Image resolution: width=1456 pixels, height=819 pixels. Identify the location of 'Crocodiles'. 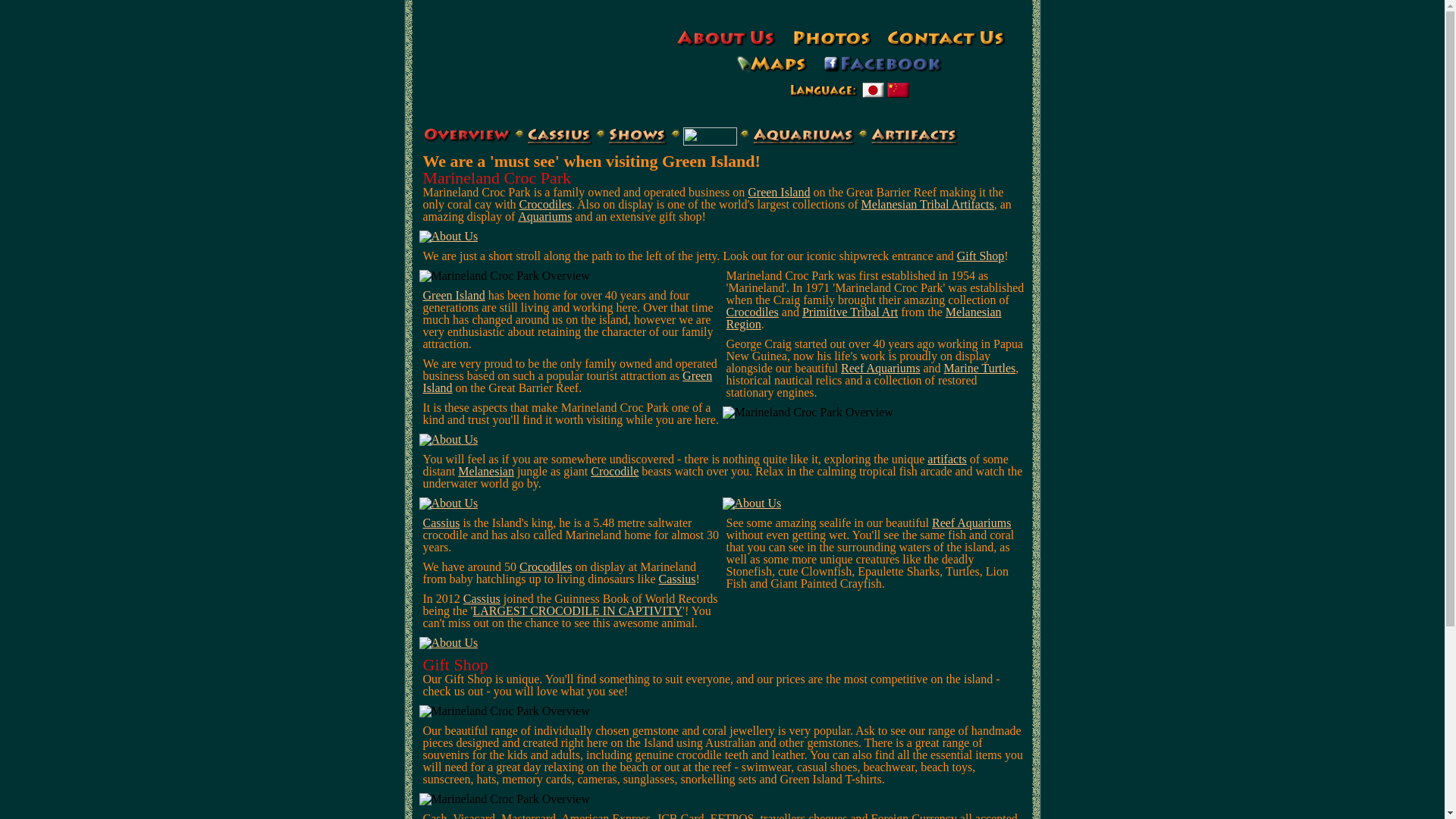
(545, 203).